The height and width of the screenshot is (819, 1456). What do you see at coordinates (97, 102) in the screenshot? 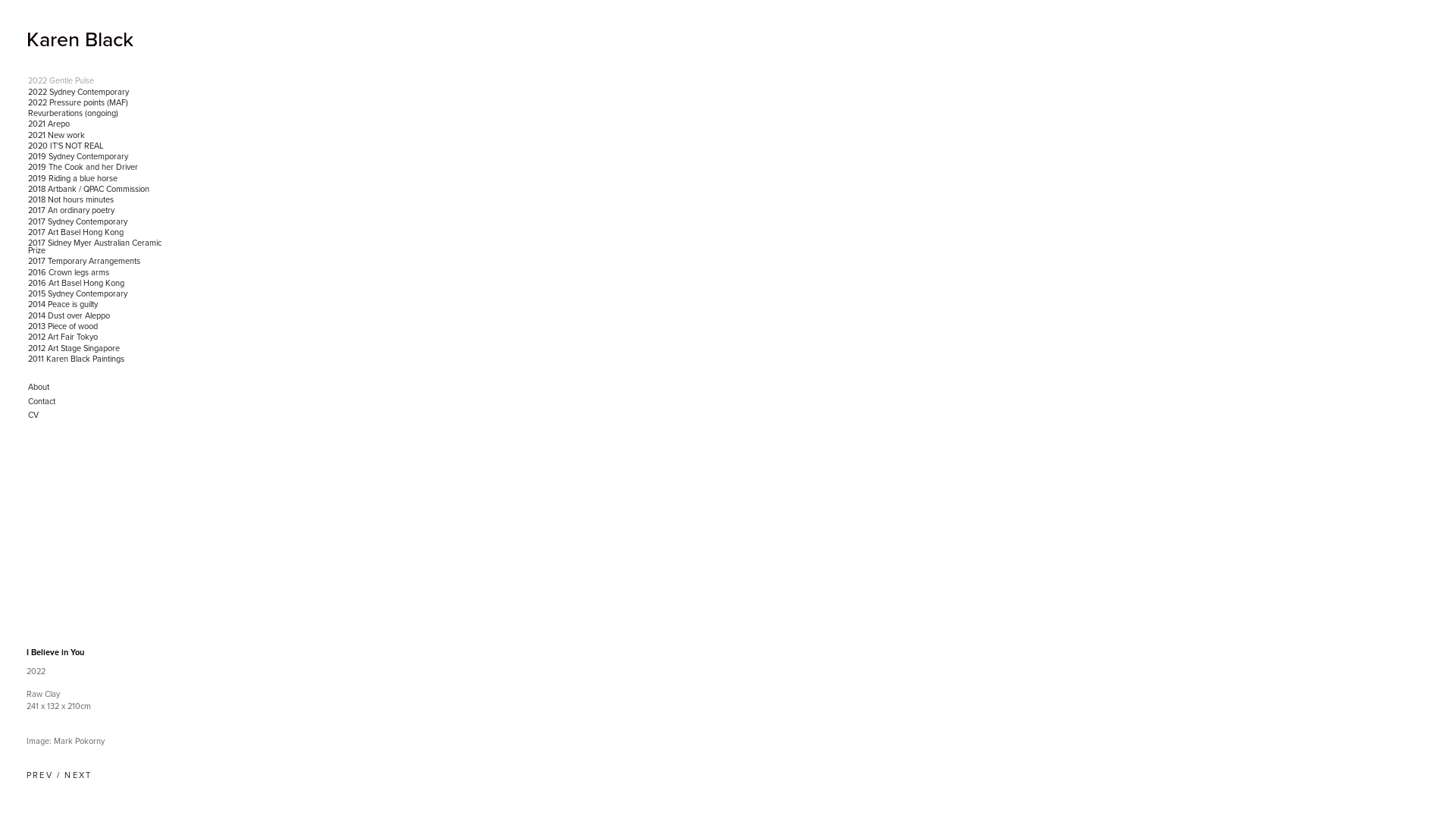
I see `'2022 Pressure points (MAF)'` at bounding box center [97, 102].